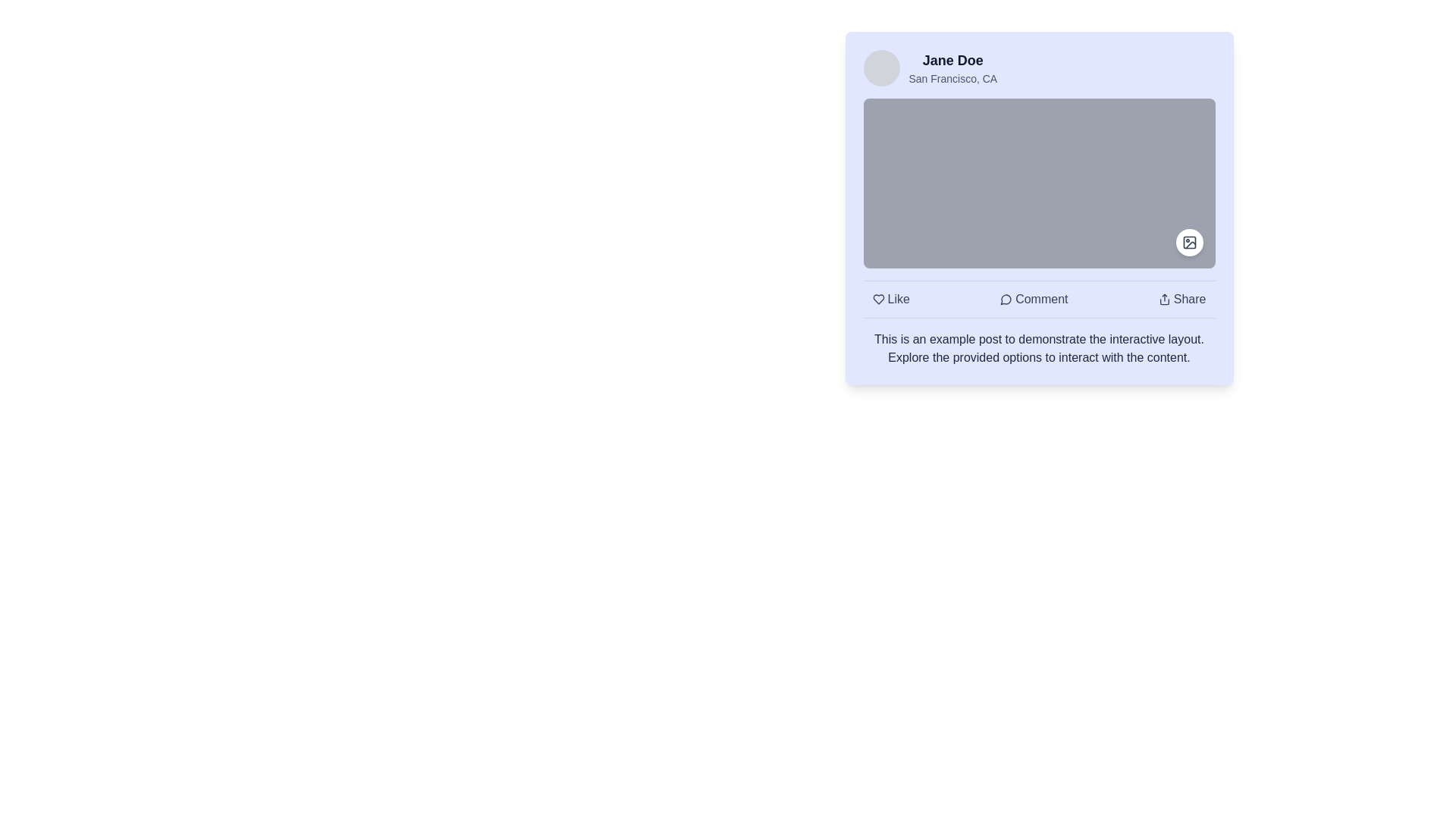 This screenshot has width=1456, height=819. What do you see at coordinates (1033, 299) in the screenshot?
I see `the commenting button located between the 'Like' button and the 'Share' button in the button array below the post content area` at bounding box center [1033, 299].